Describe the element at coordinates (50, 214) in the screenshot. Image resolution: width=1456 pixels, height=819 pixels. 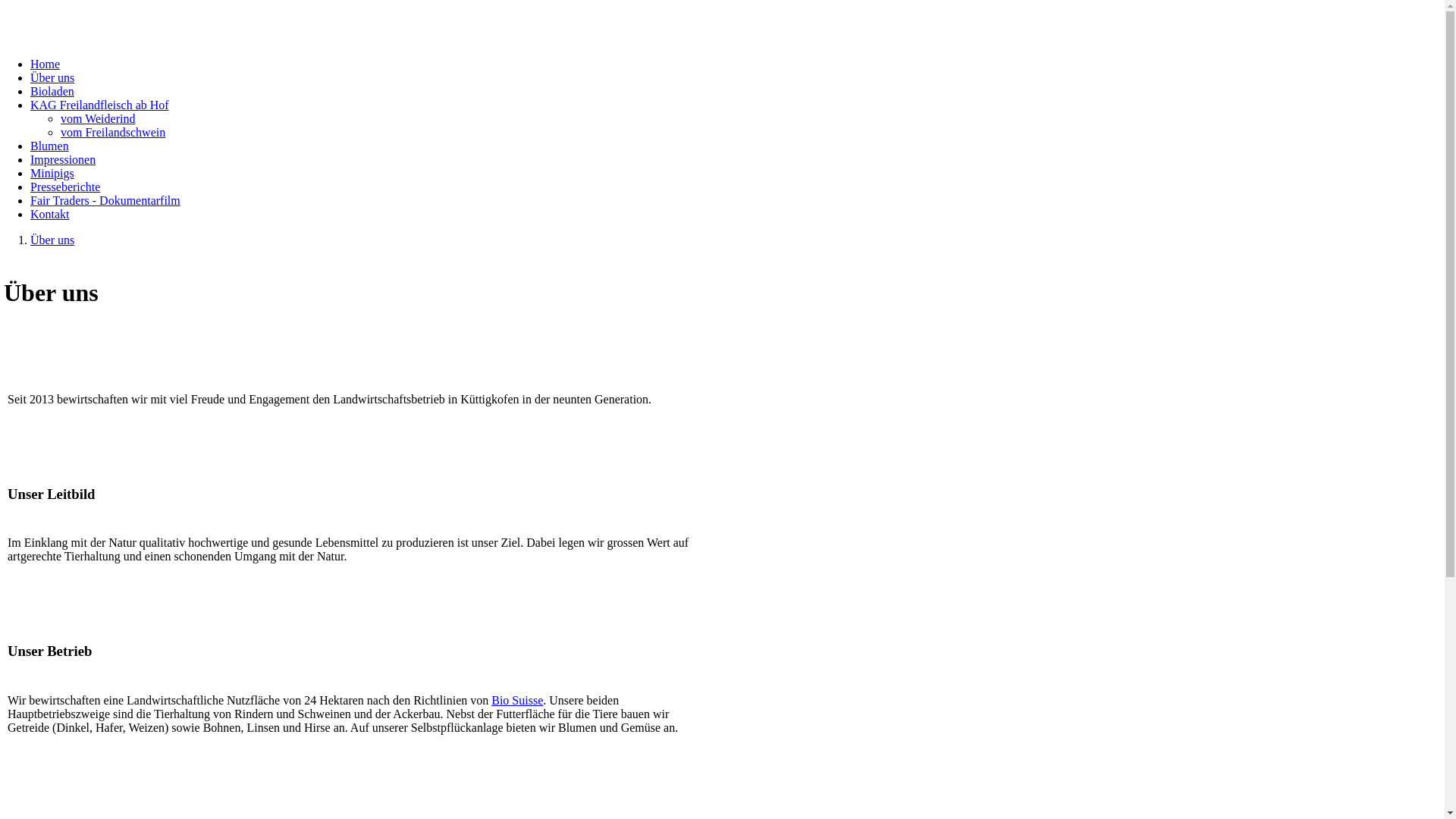
I see `'Kontakt'` at that location.